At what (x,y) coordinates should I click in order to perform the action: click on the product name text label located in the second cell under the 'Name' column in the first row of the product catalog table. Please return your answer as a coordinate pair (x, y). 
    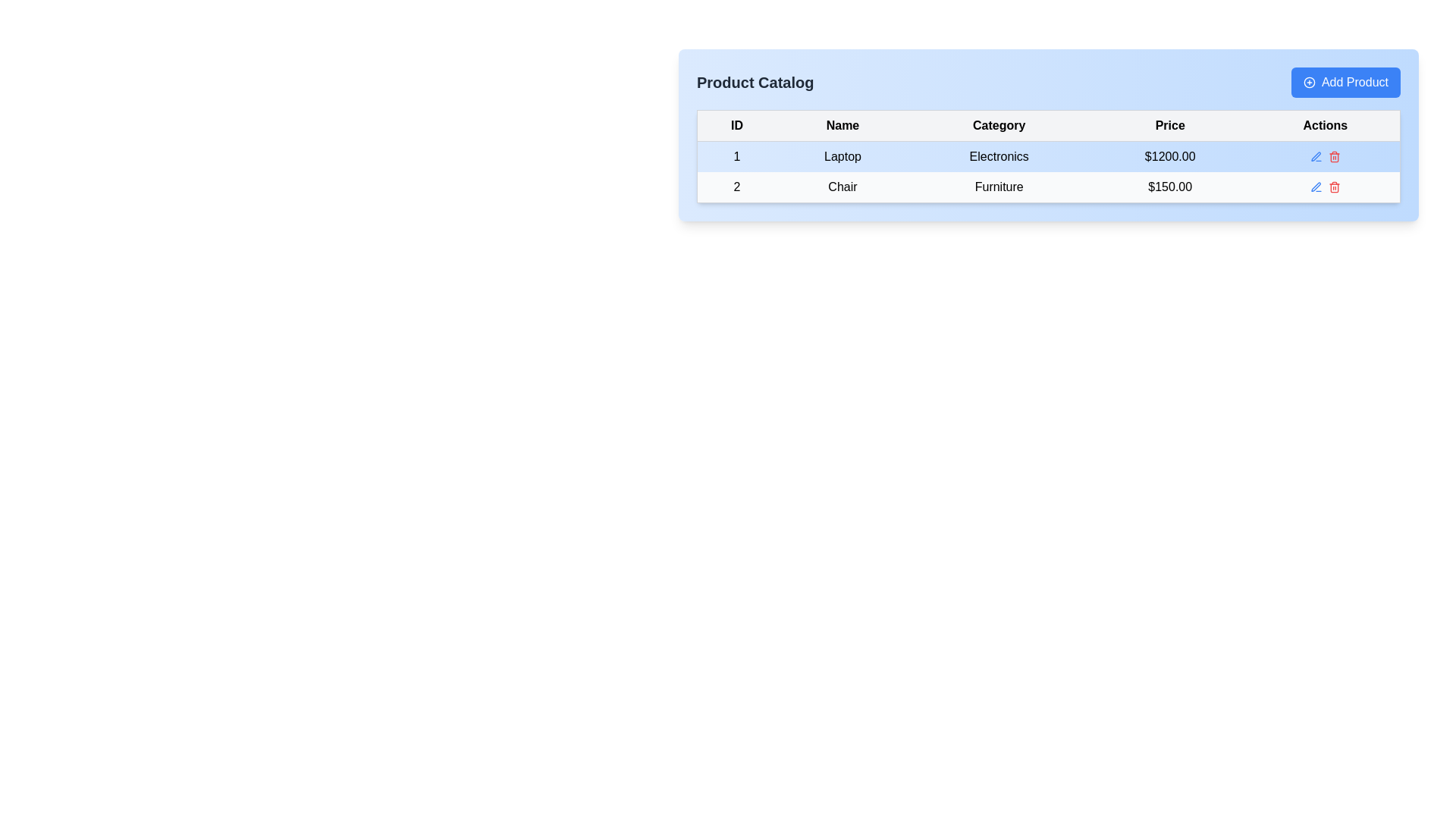
    Looking at the image, I should click on (842, 156).